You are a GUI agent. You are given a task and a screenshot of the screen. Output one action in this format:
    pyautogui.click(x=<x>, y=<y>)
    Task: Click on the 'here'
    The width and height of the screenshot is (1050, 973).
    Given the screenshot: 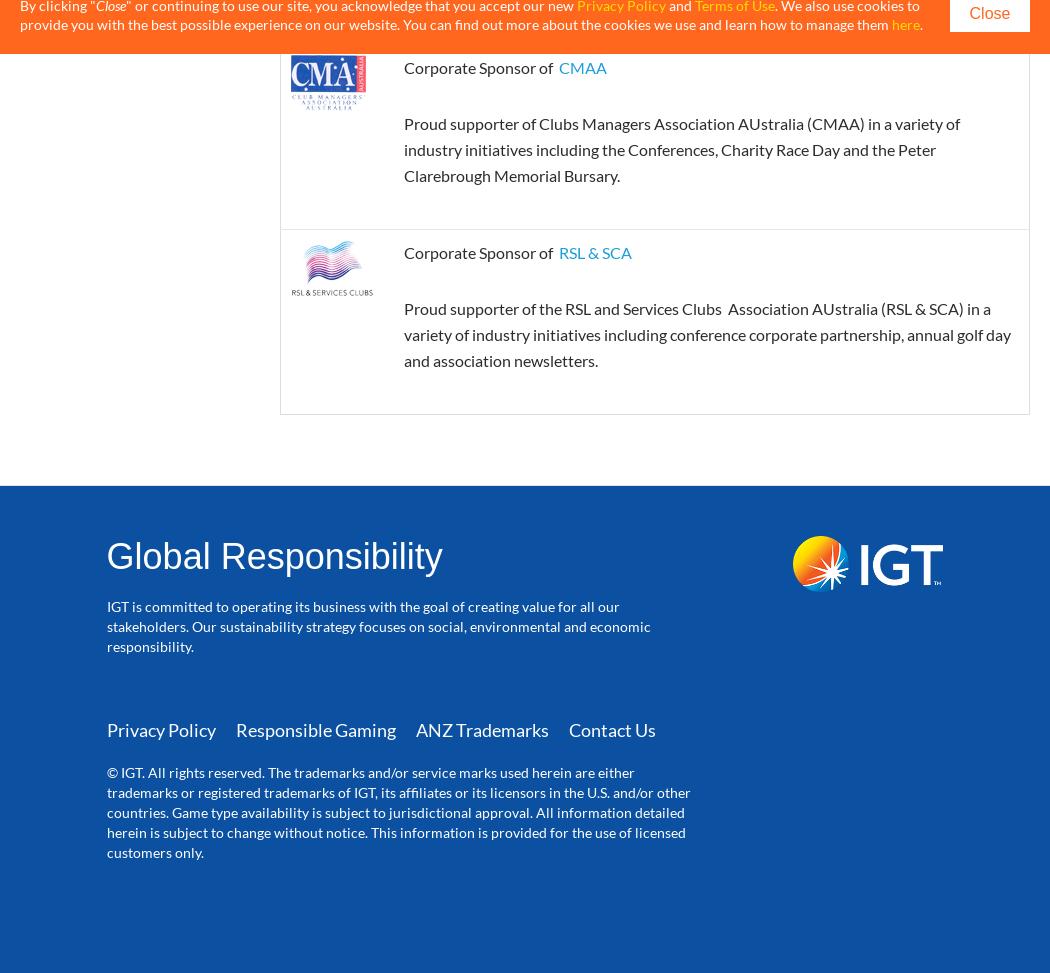 What is the action you would take?
    pyautogui.click(x=906, y=24)
    